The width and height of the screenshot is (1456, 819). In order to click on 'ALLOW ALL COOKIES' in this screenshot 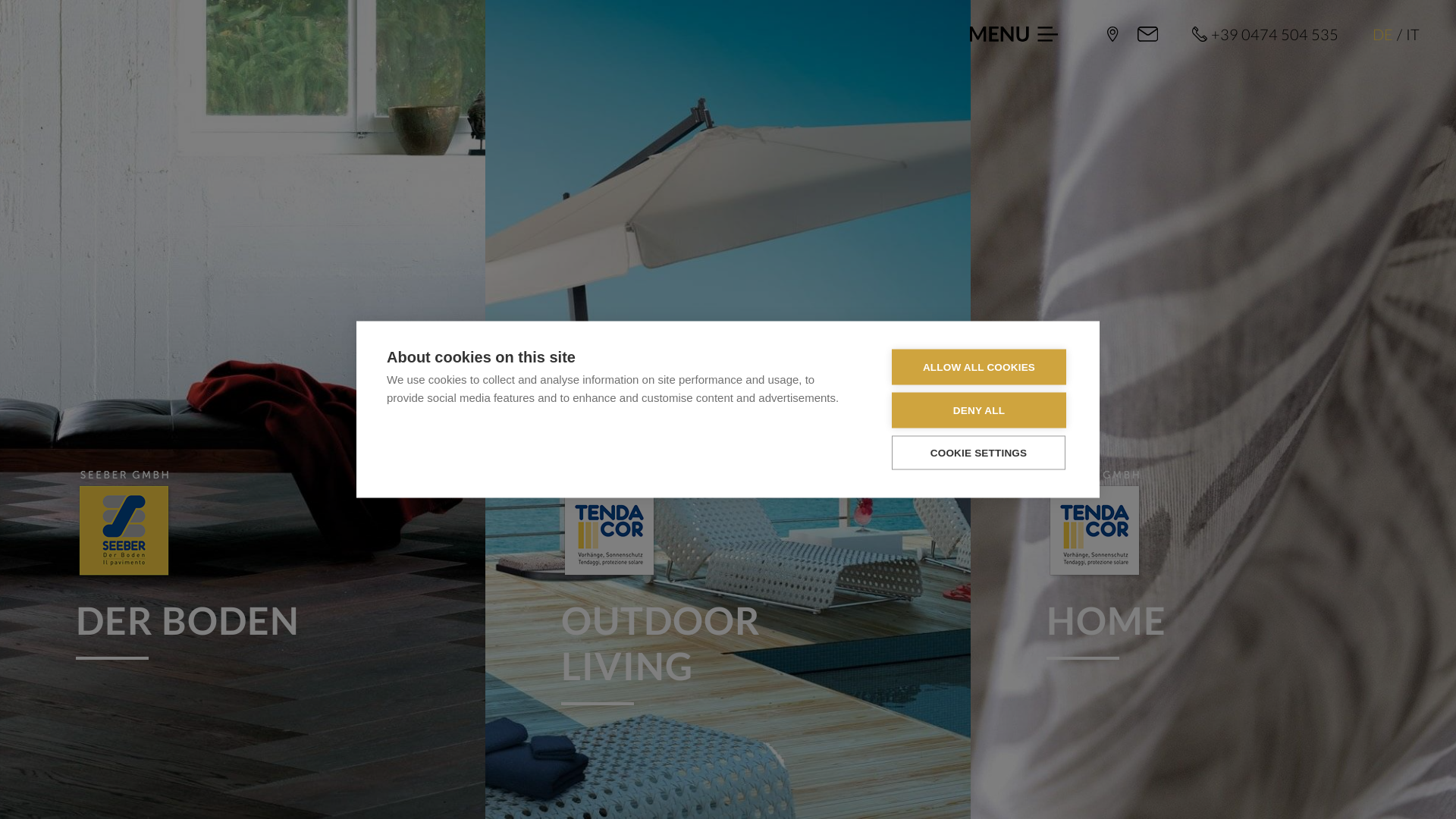, I will do `click(979, 366)`.